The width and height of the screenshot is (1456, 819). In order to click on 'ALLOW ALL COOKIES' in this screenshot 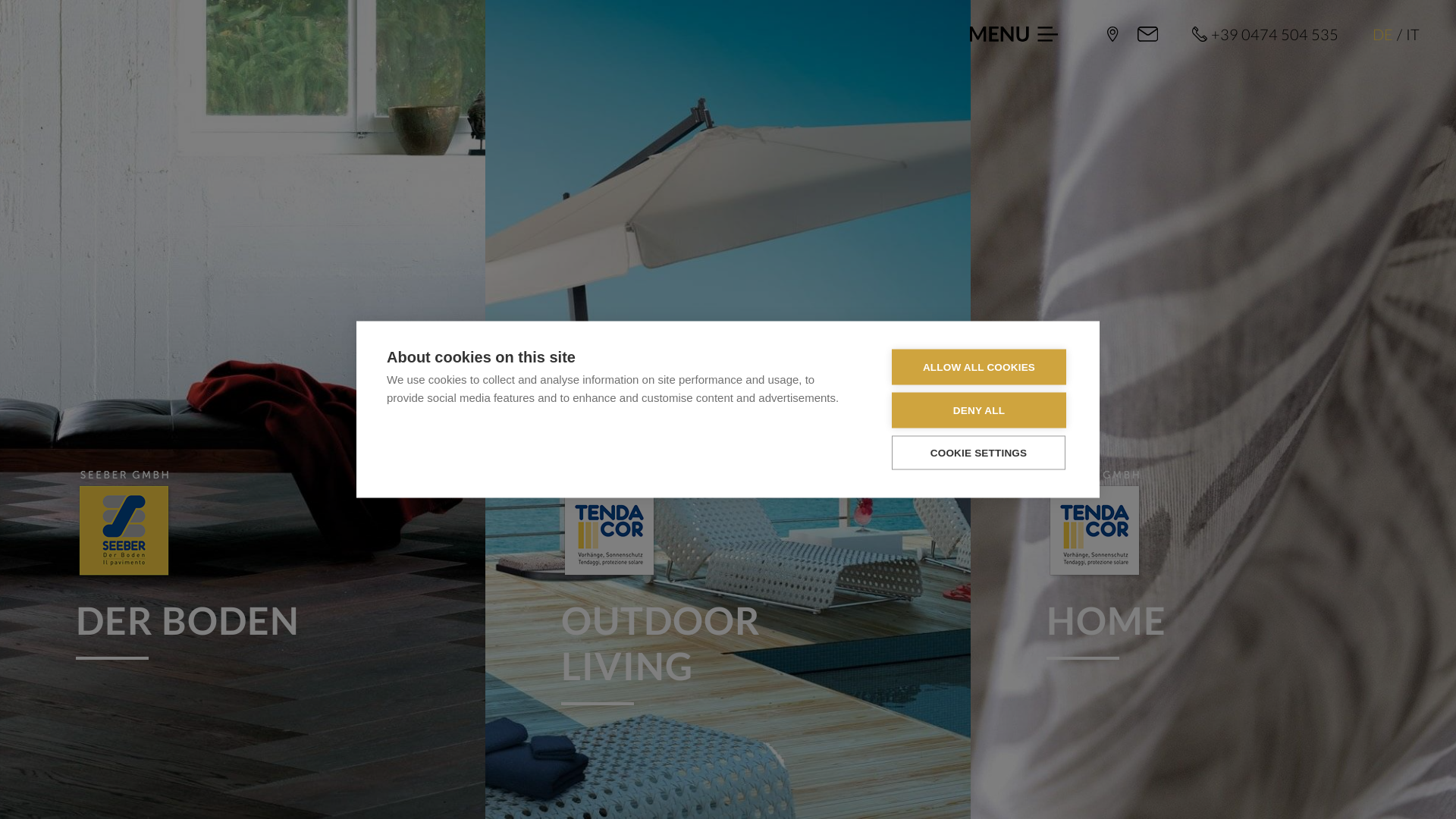, I will do `click(979, 366)`.